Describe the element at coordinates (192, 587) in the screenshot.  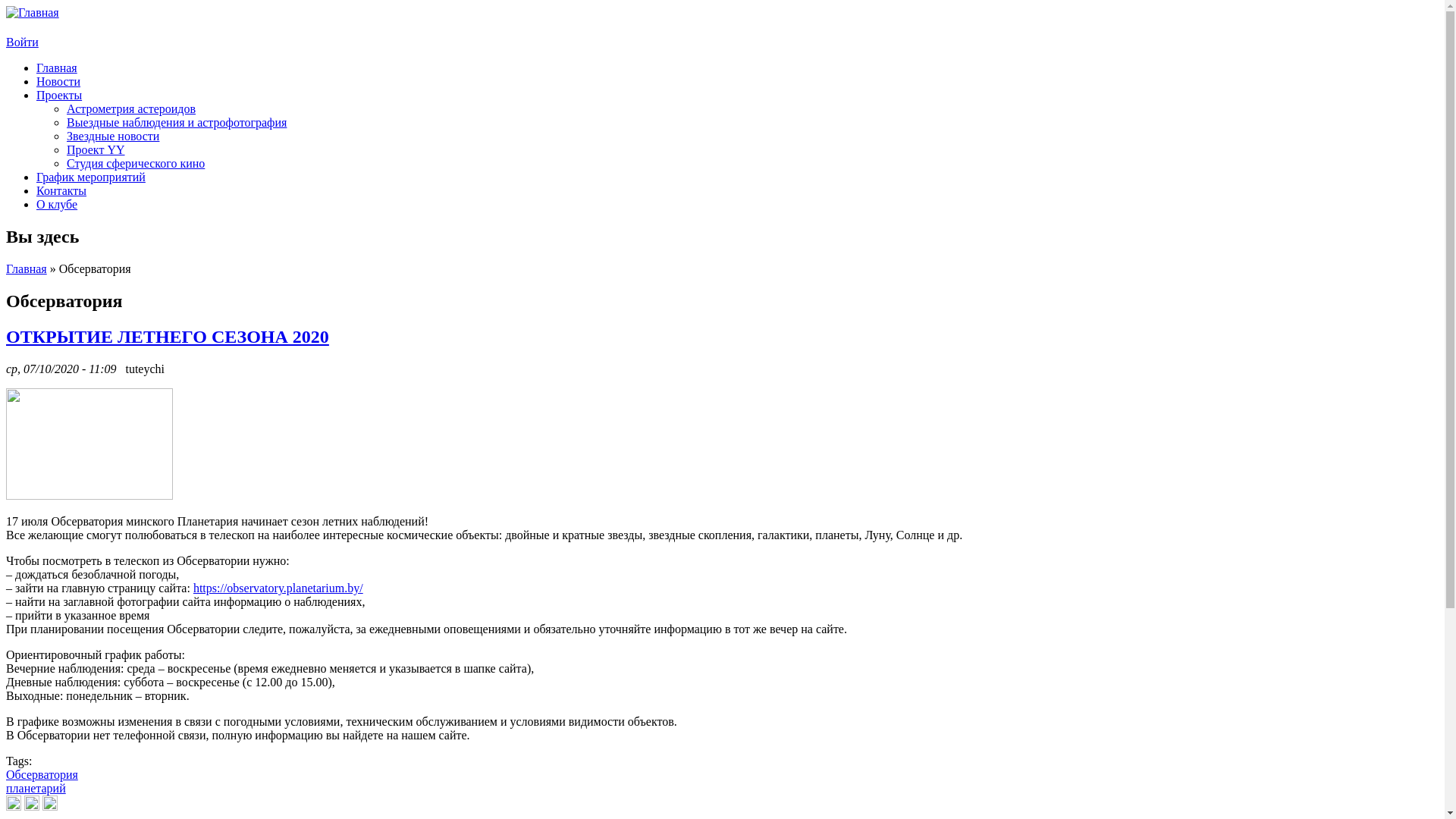
I see `'https://observatory.planetarium.by/'` at that location.